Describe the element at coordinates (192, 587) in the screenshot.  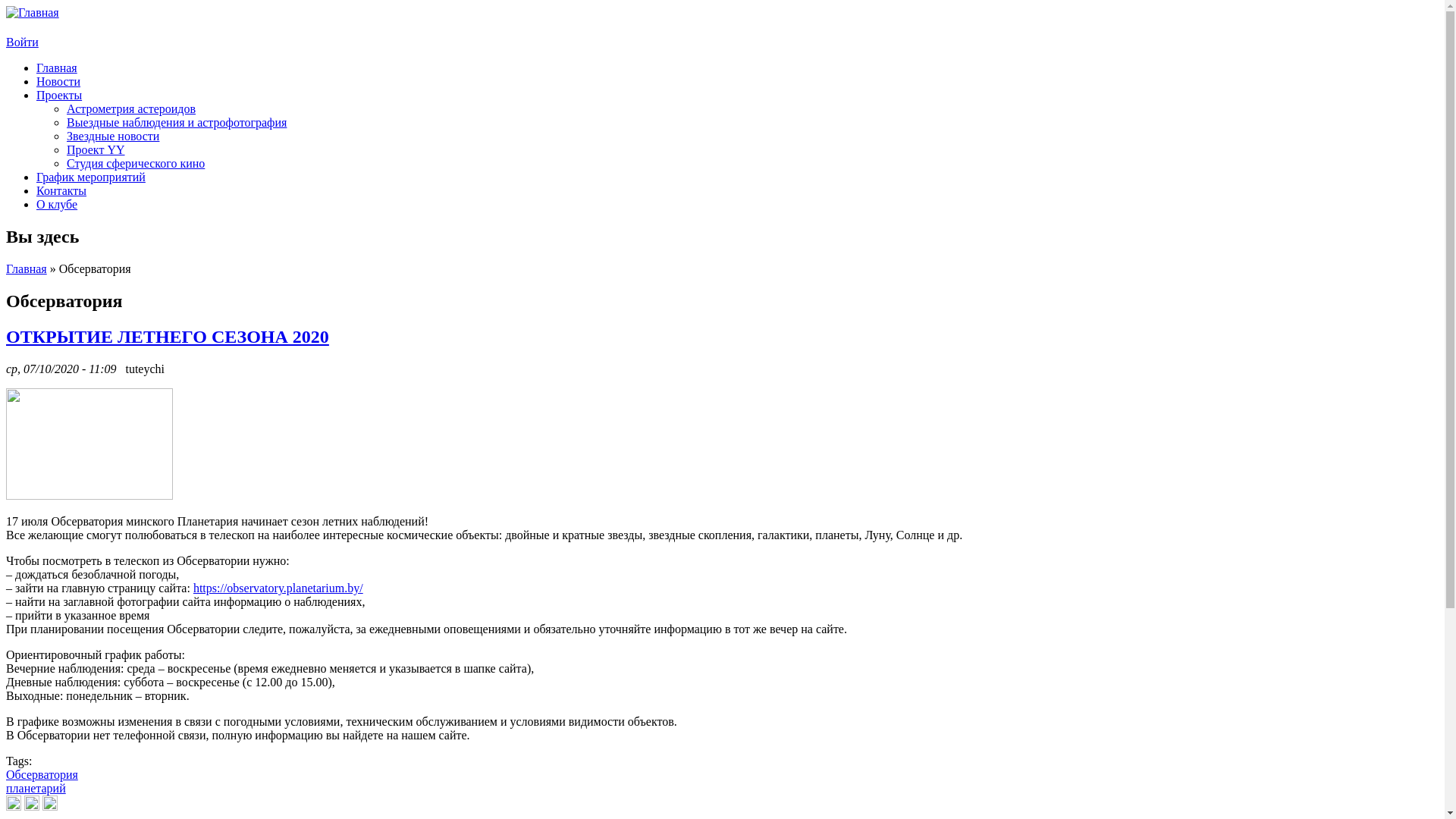
I see `'https://observatory.planetarium.by/'` at that location.